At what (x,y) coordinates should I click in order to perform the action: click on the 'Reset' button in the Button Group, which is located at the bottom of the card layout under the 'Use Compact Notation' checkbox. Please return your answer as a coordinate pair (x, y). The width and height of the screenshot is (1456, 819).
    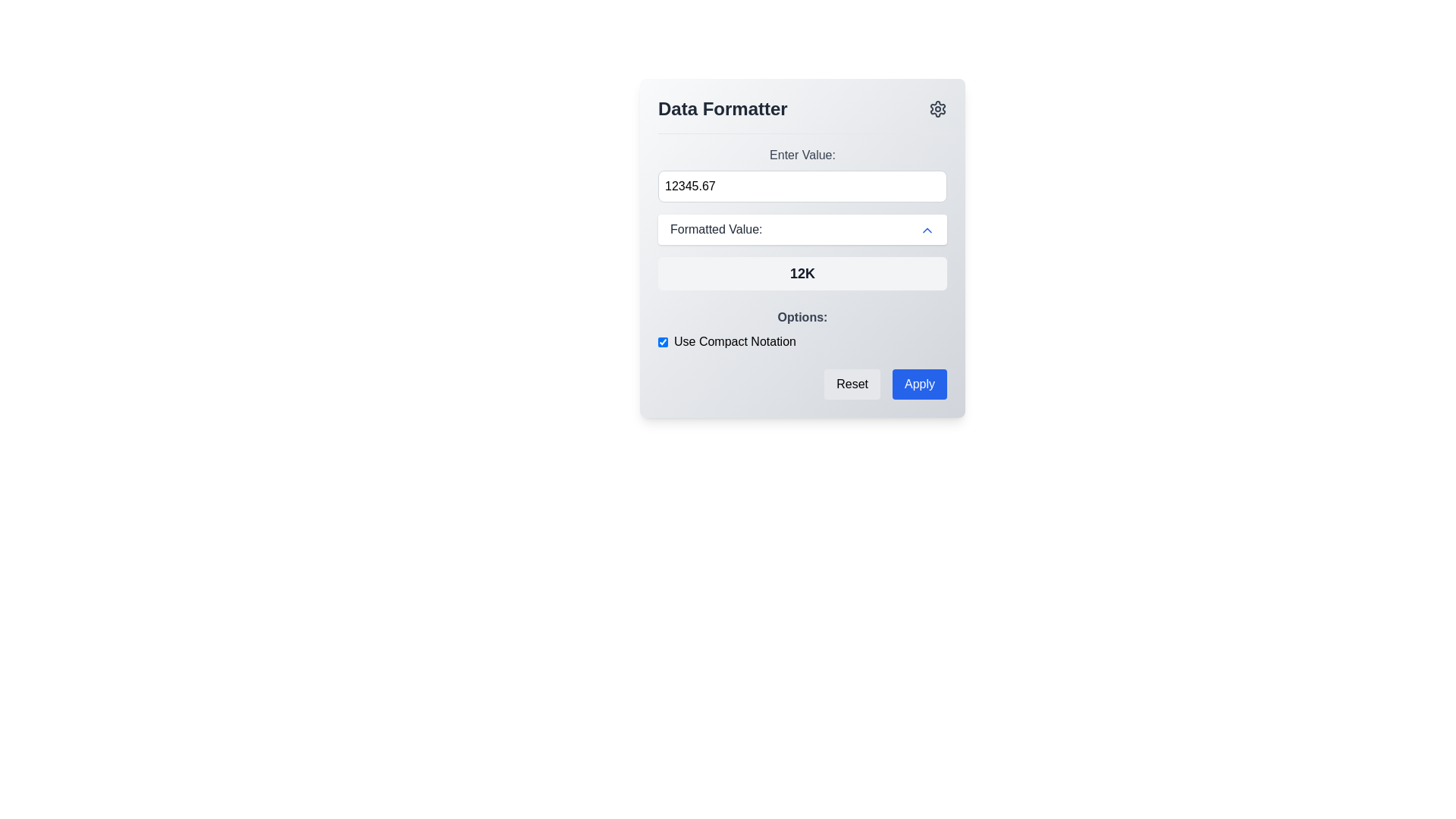
    Looking at the image, I should click on (802, 383).